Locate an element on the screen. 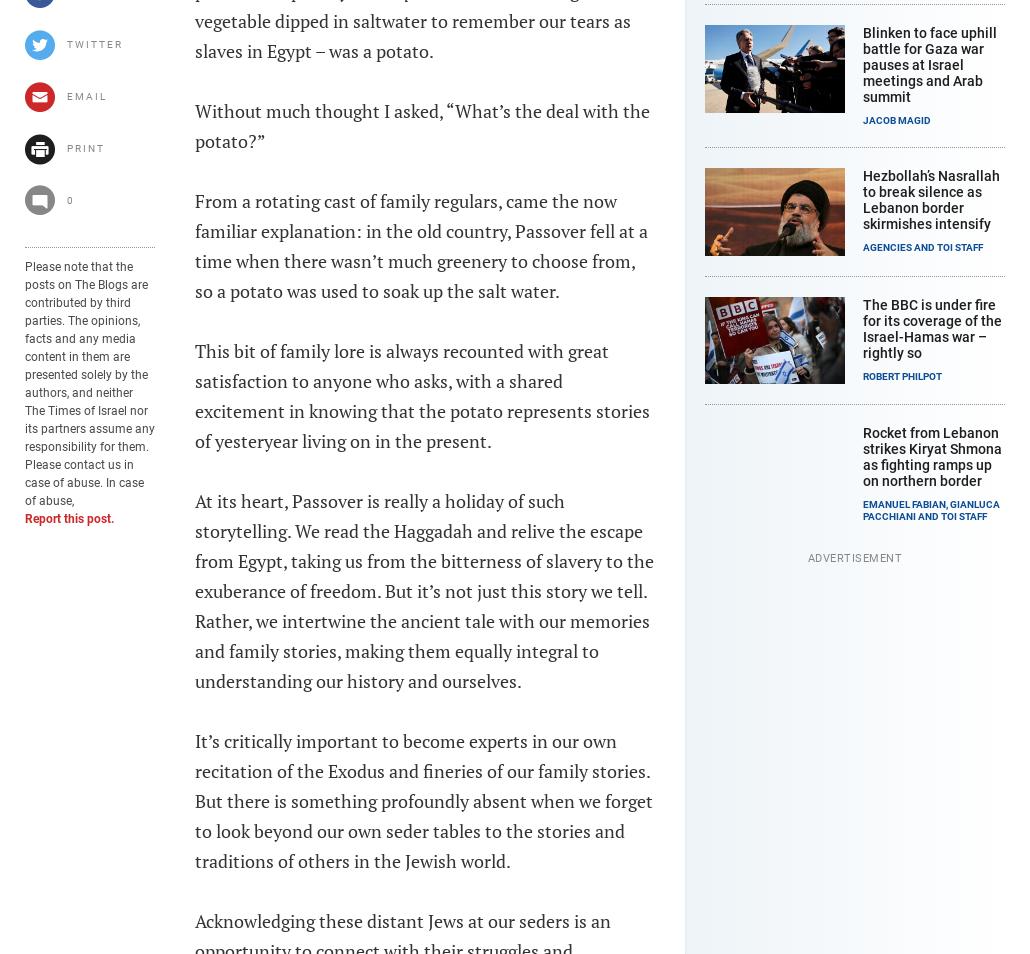  'Twitter' is located at coordinates (93, 43).